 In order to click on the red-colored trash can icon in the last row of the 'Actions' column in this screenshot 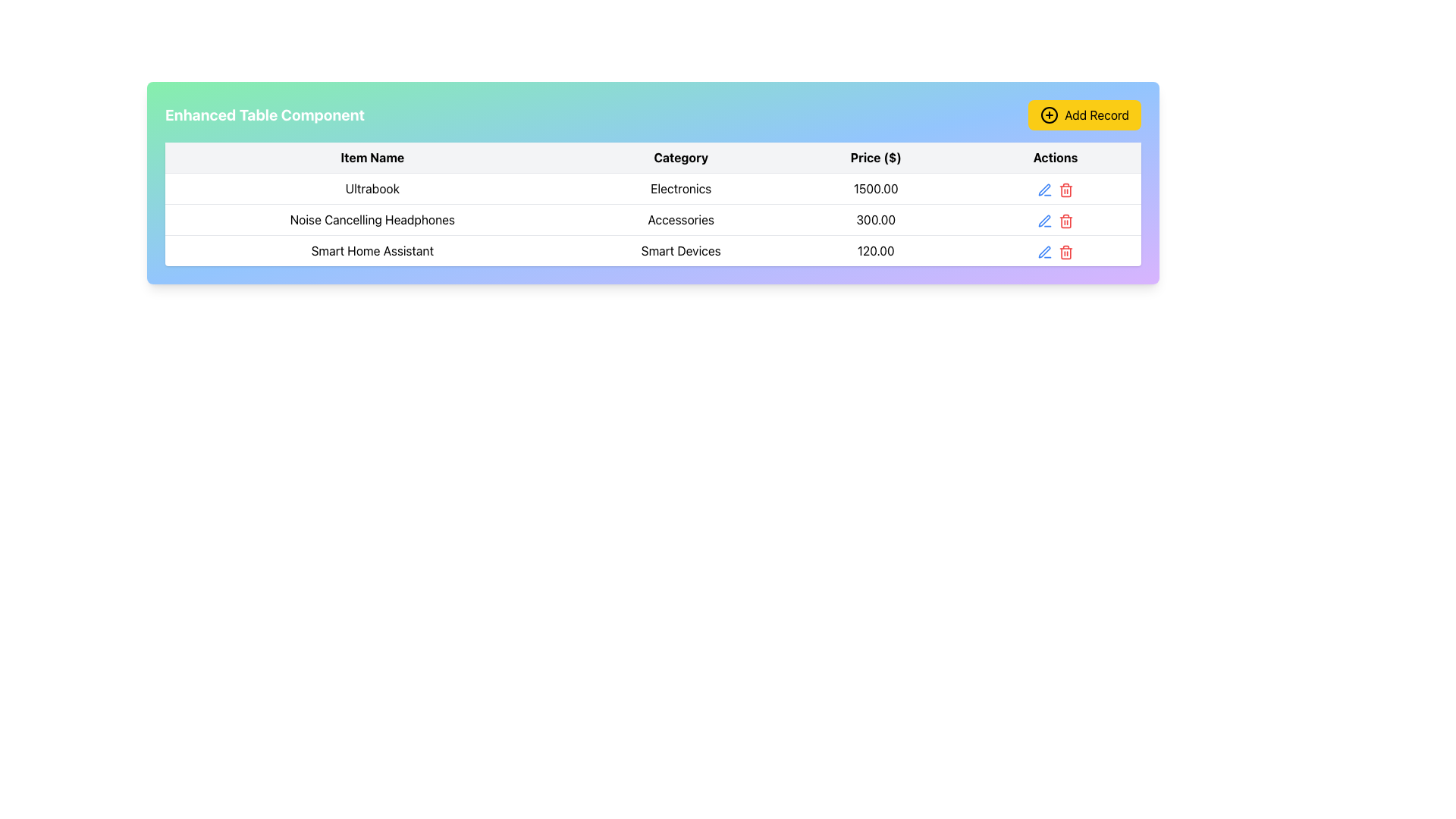, I will do `click(1065, 251)`.